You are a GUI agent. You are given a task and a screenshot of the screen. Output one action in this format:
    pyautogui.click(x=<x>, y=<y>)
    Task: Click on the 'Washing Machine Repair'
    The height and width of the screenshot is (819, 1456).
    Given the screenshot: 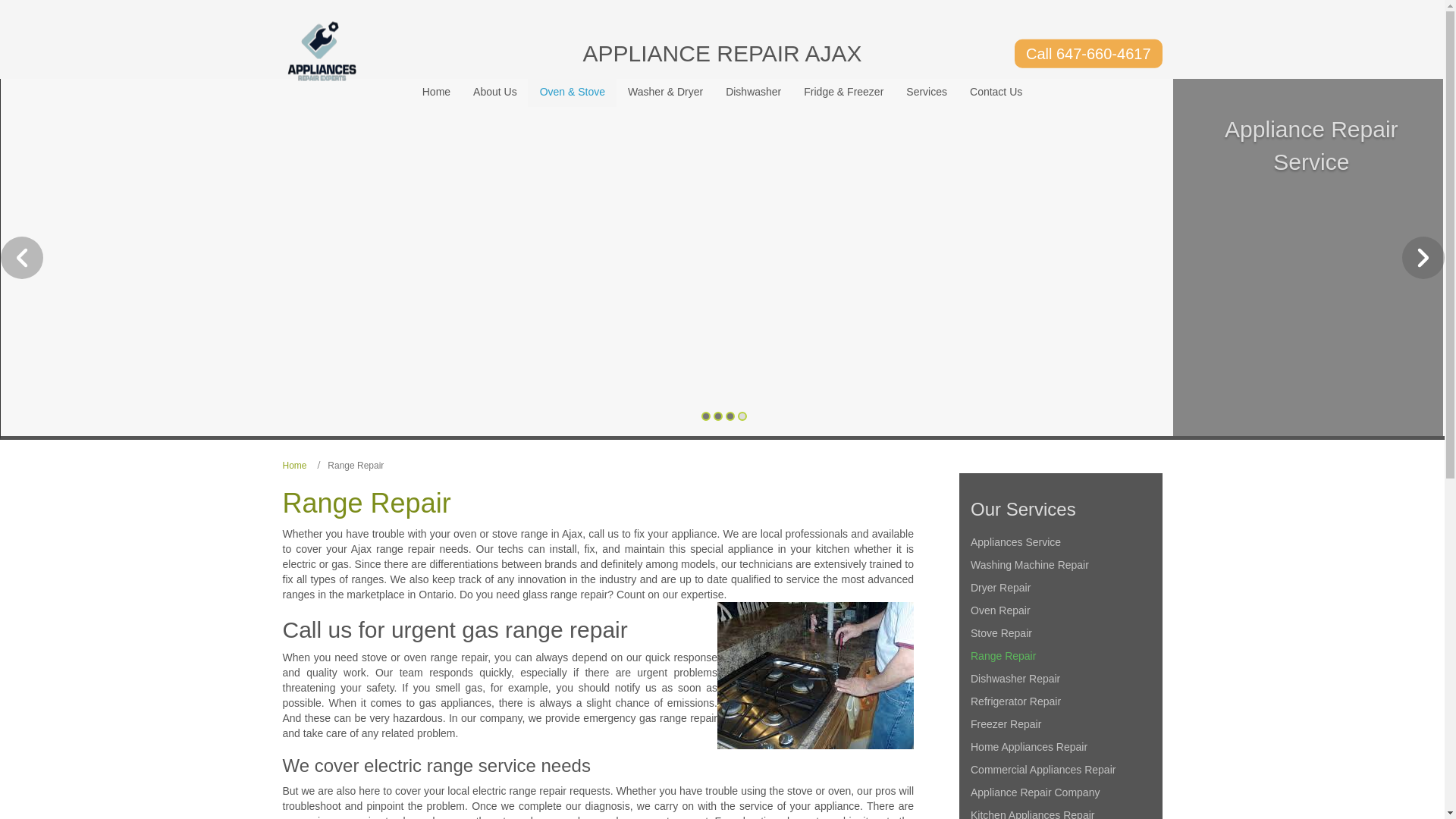 What is the action you would take?
    pyautogui.click(x=1059, y=564)
    